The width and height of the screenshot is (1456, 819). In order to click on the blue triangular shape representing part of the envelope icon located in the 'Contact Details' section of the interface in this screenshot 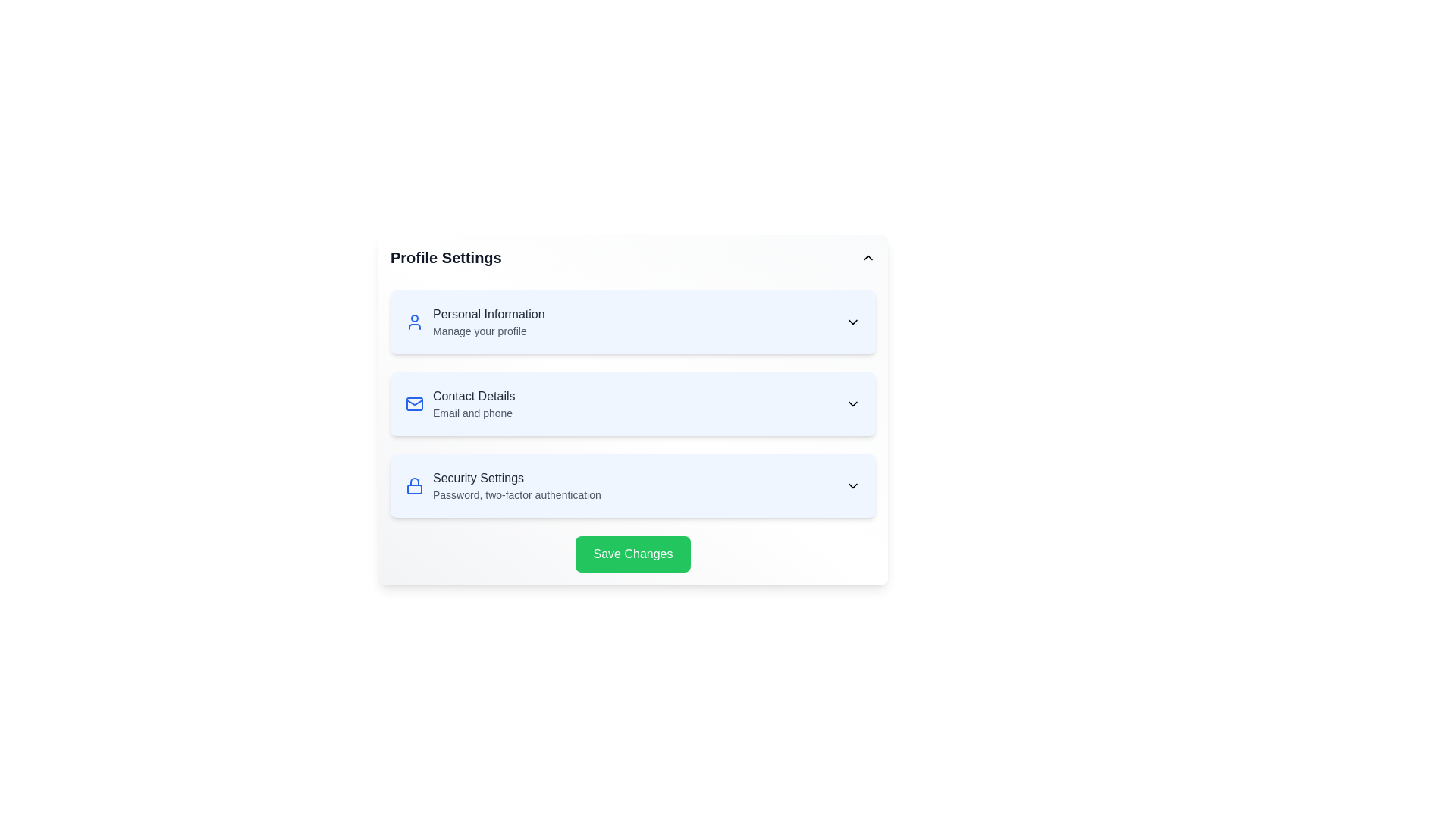, I will do `click(415, 400)`.